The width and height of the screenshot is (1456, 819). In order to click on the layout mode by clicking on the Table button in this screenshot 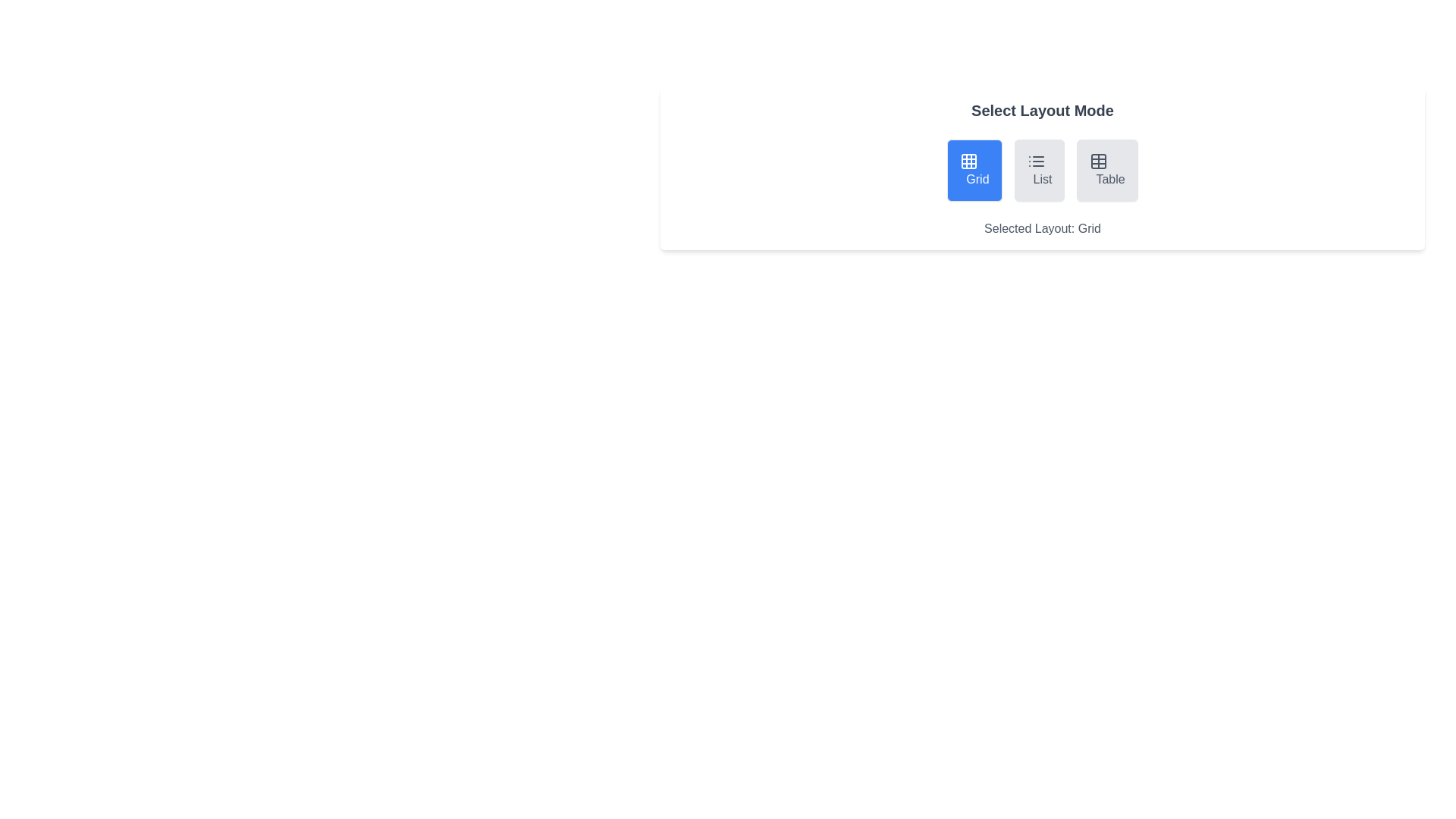, I will do `click(1106, 170)`.